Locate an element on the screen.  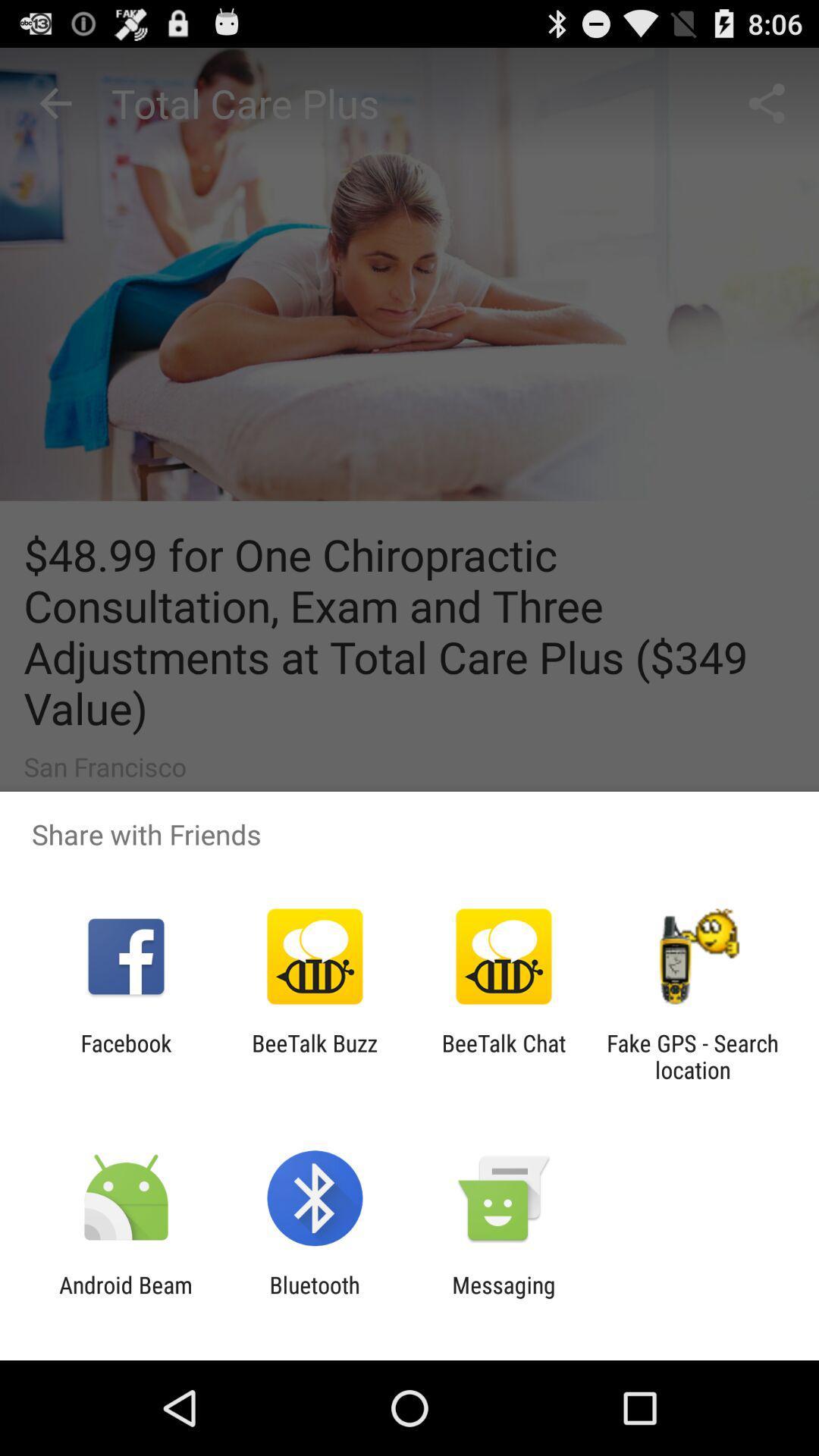
app to the left of messaging is located at coordinates (314, 1298).